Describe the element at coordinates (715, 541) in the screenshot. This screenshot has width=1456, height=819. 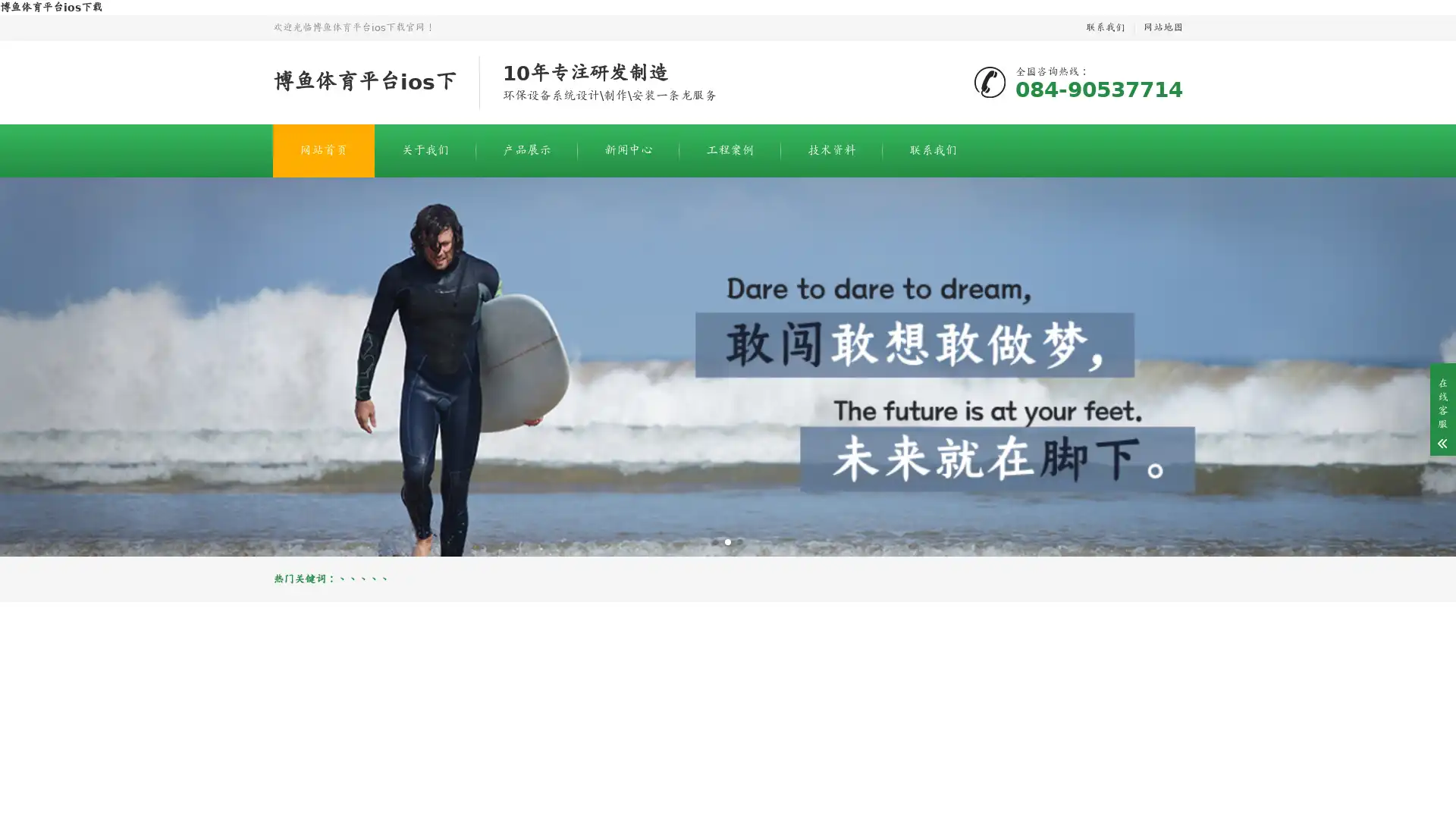
I see `Go to slide 1` at that location.